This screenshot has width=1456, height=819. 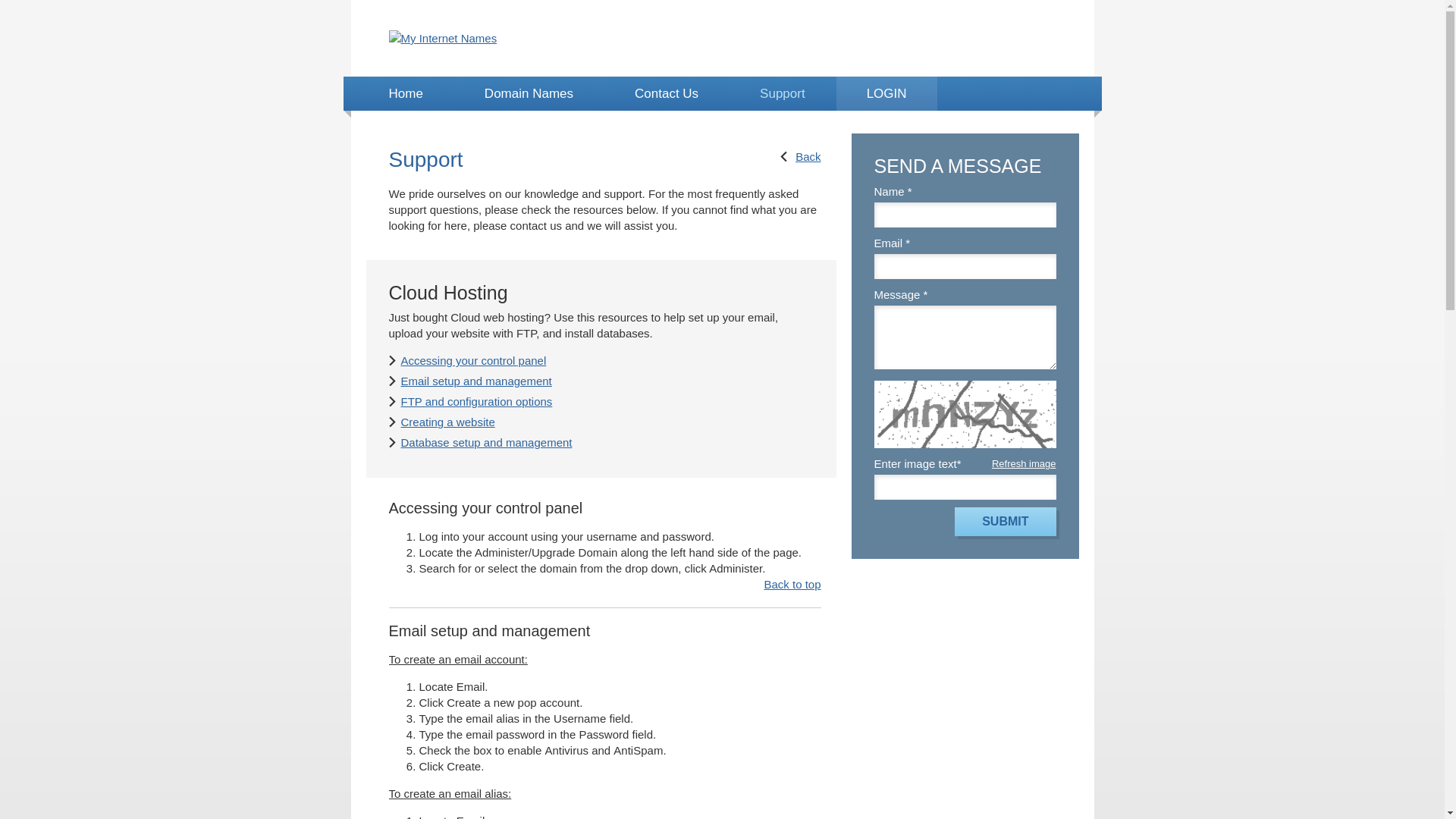 What do you see at coordinates (405, 93) in the screenshot?
I see `'Home'` at bounding box center [405, 93].